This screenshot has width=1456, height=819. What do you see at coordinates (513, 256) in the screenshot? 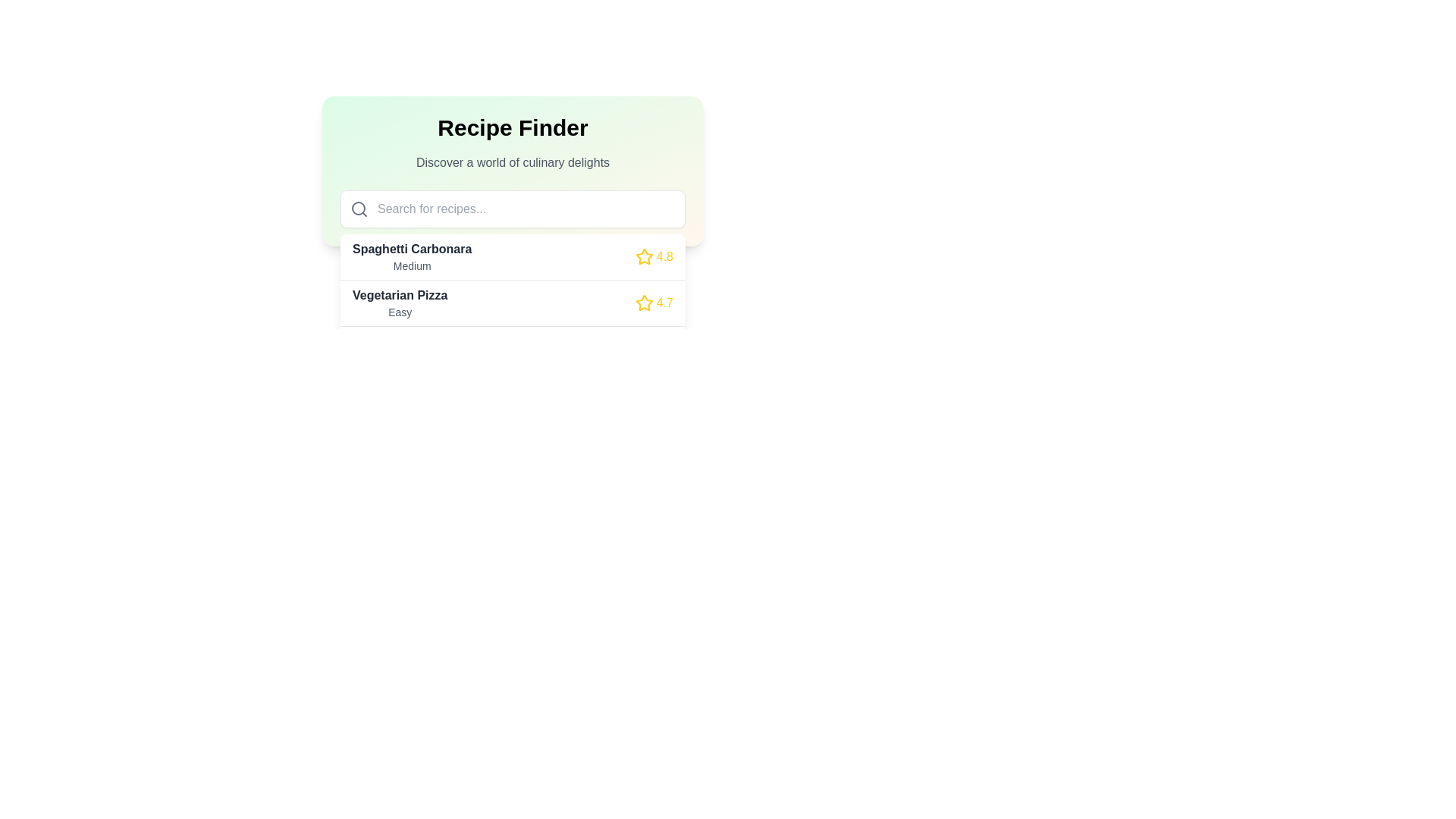
I see `the first recipe item in the 'Recipe Finder' section` at bounding box center [513, 256].